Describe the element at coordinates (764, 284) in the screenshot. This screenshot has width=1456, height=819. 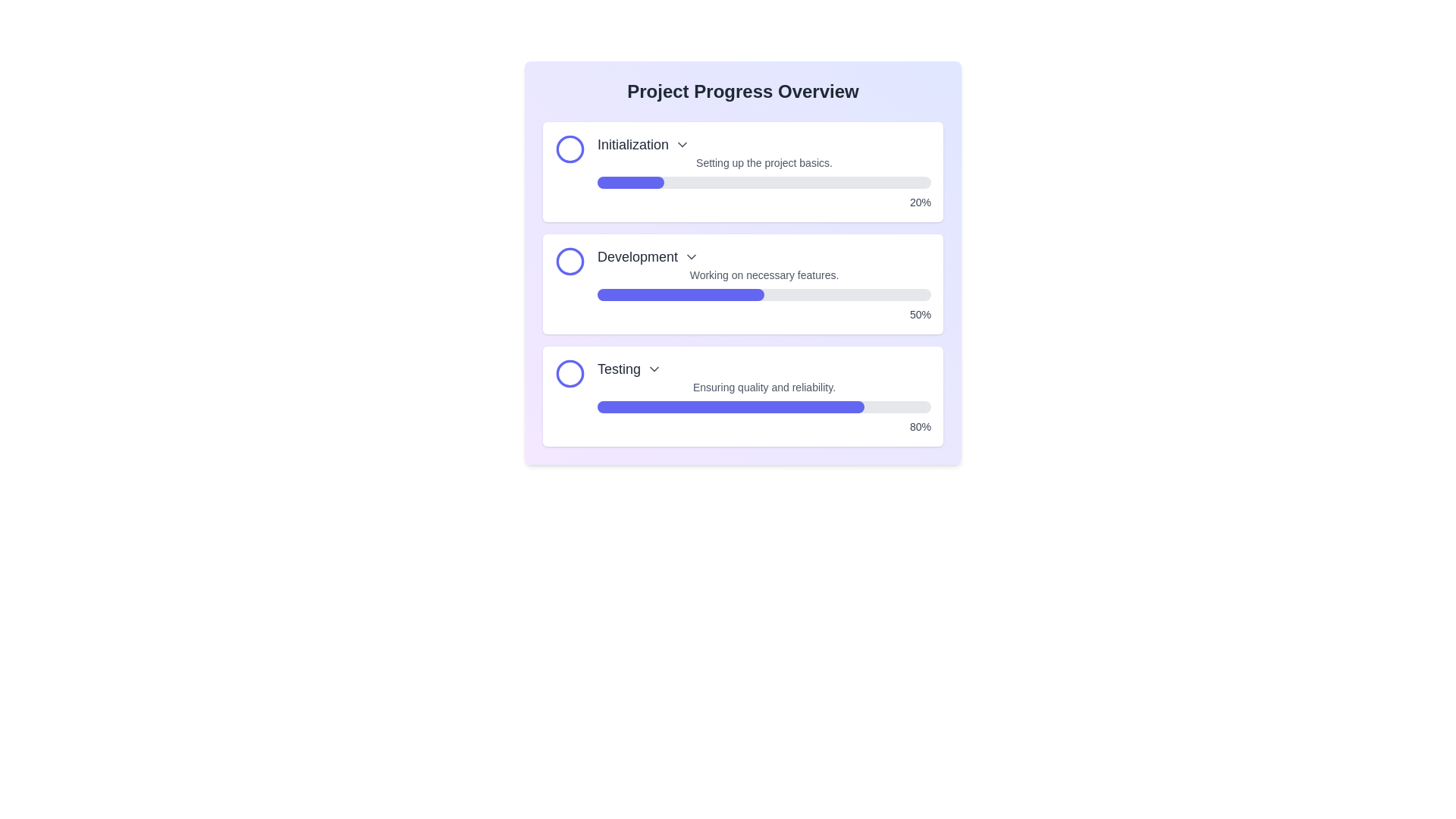
I see `the Progress tracker component displaying the current progress of 'Development' with a percentage value of '50%' and a description of 'Working on necessary features.'` at that location.